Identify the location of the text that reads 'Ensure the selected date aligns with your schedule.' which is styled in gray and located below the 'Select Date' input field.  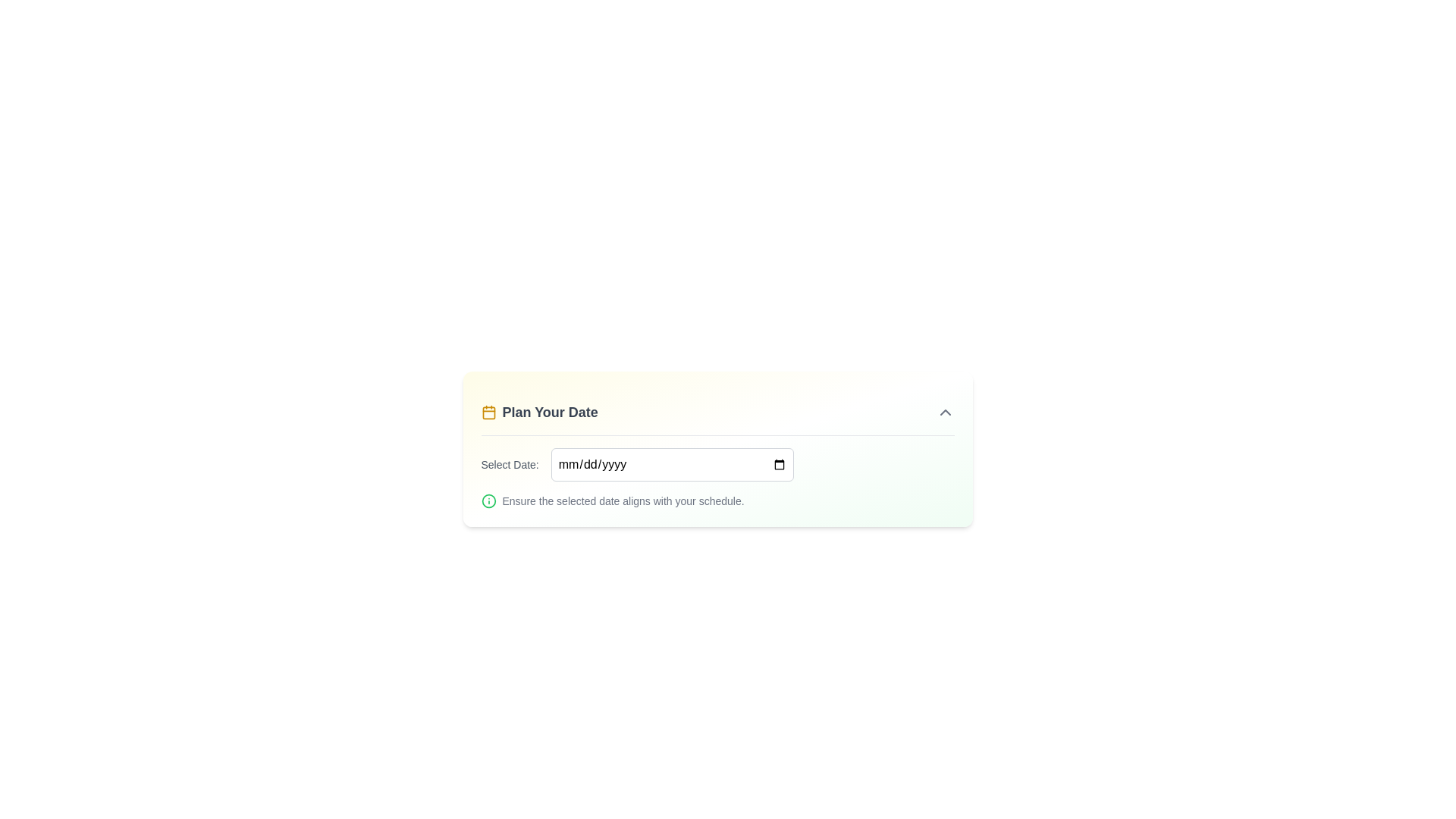
(623, 500).